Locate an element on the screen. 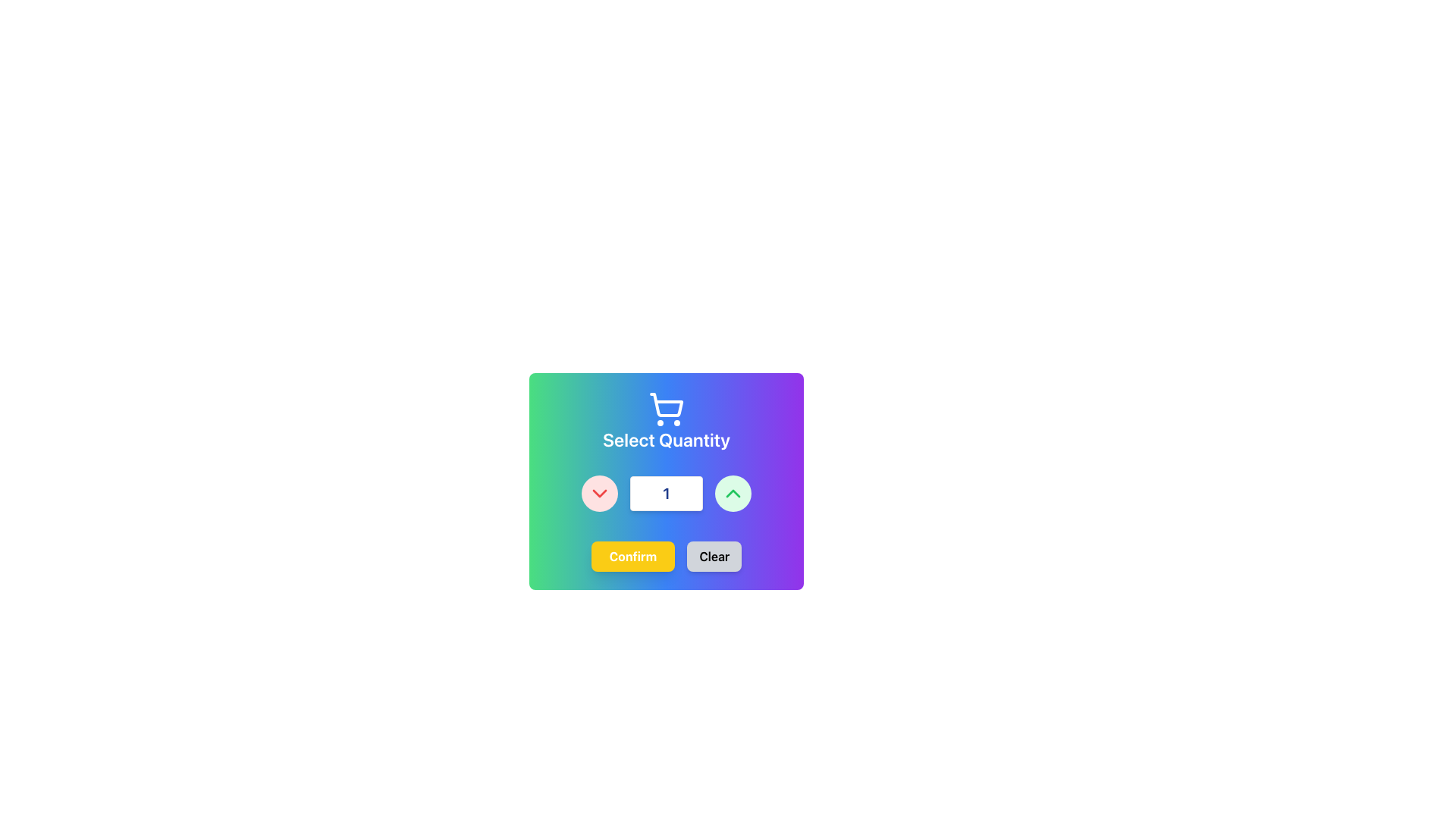  the text input field with a white background, rounded corners, and blue text displaying '1', located between a red circular button and a green circular button, below the label 'Select Quantity' is located at coordinates (666, 494).